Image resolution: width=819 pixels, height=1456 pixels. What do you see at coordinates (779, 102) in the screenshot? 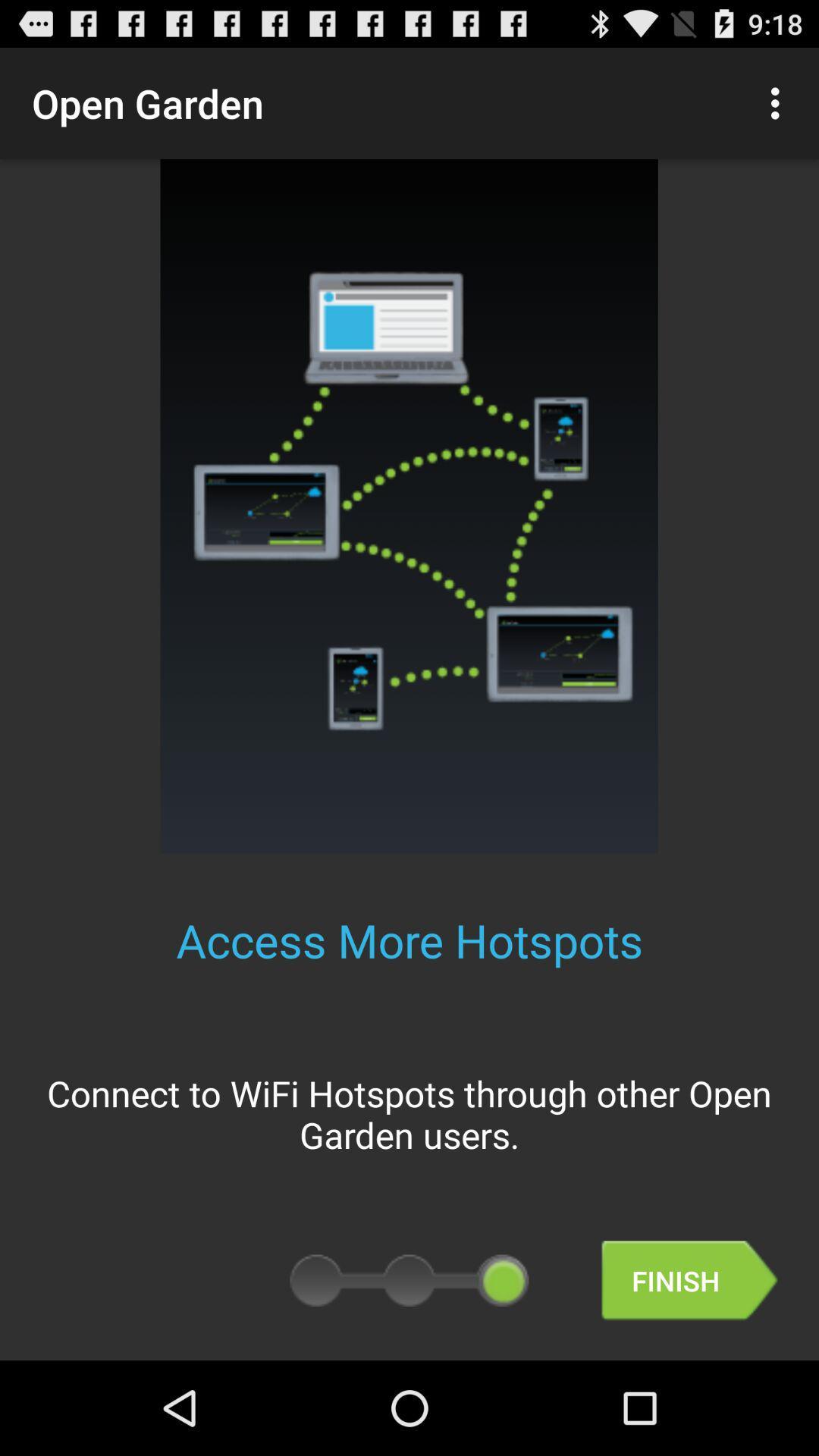
I see `the icon at the top right corner` at bounding box center [779, 102].